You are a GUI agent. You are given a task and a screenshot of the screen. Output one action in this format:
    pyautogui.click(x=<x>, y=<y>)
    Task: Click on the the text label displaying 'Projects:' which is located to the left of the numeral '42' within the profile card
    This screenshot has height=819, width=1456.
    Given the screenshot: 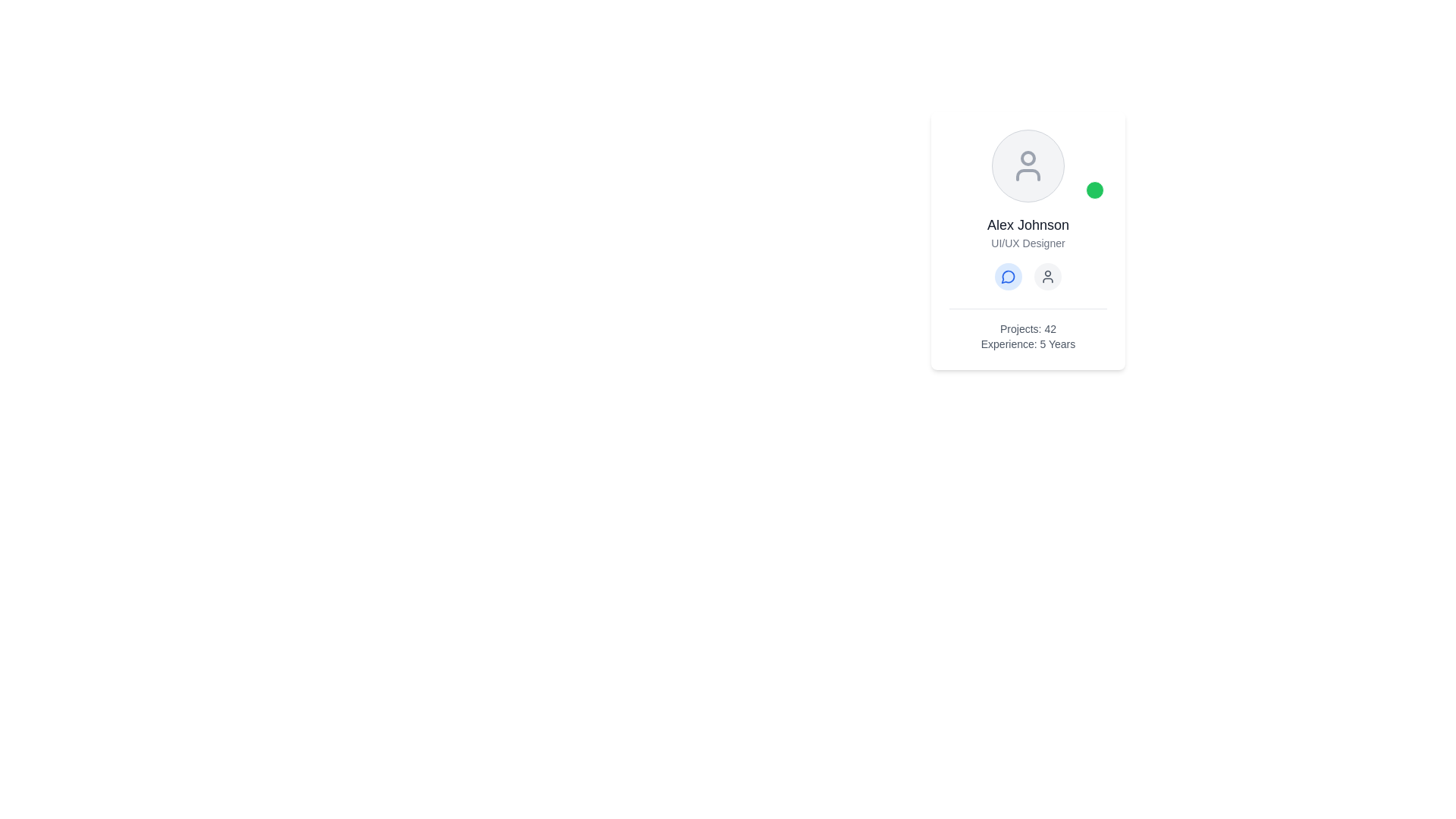 What is the action you would take?
    pyautogui.click(x=1021, y=328)
    